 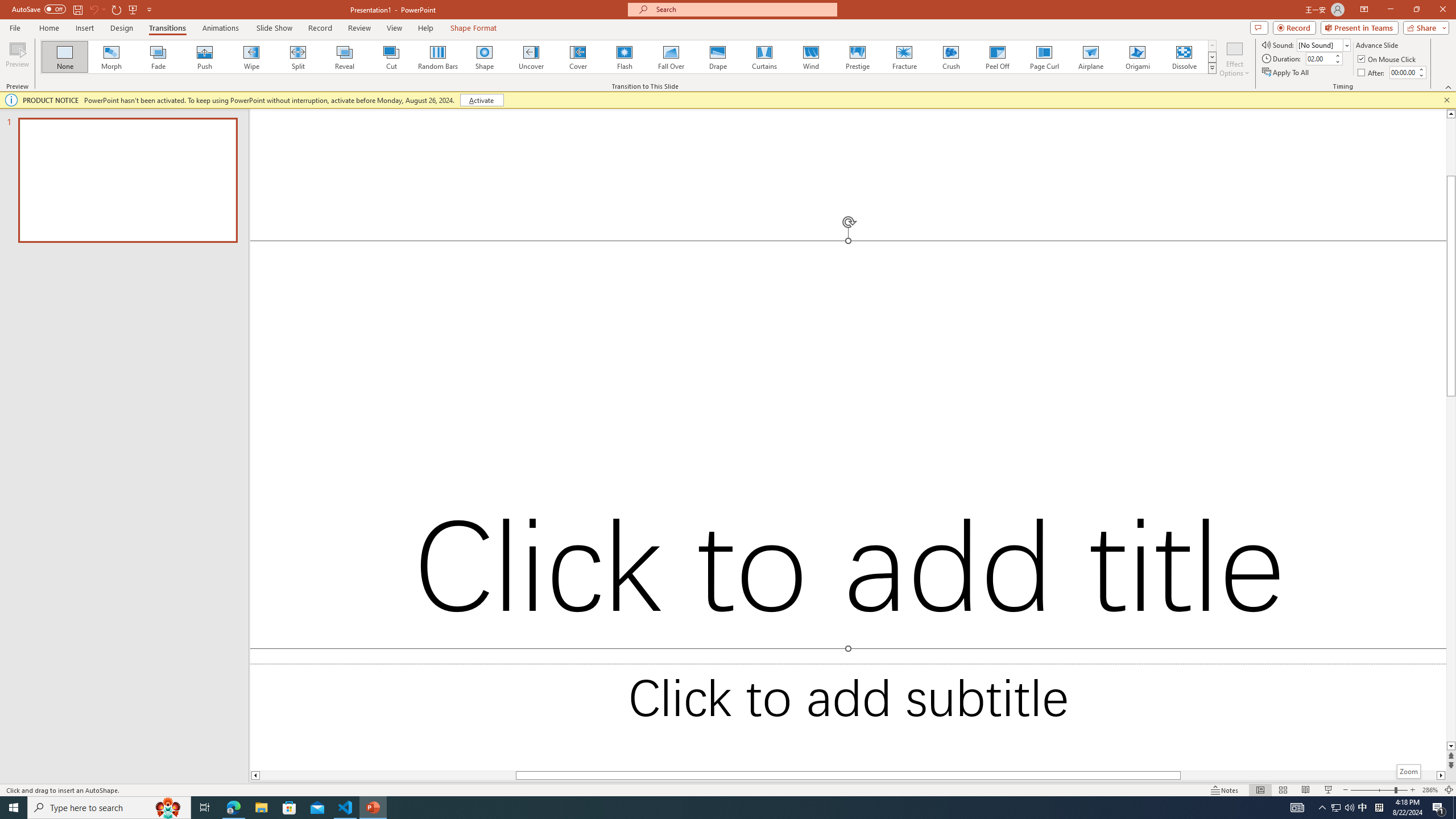 I want to click on 'Peel Off', so click(x=996, y=56).